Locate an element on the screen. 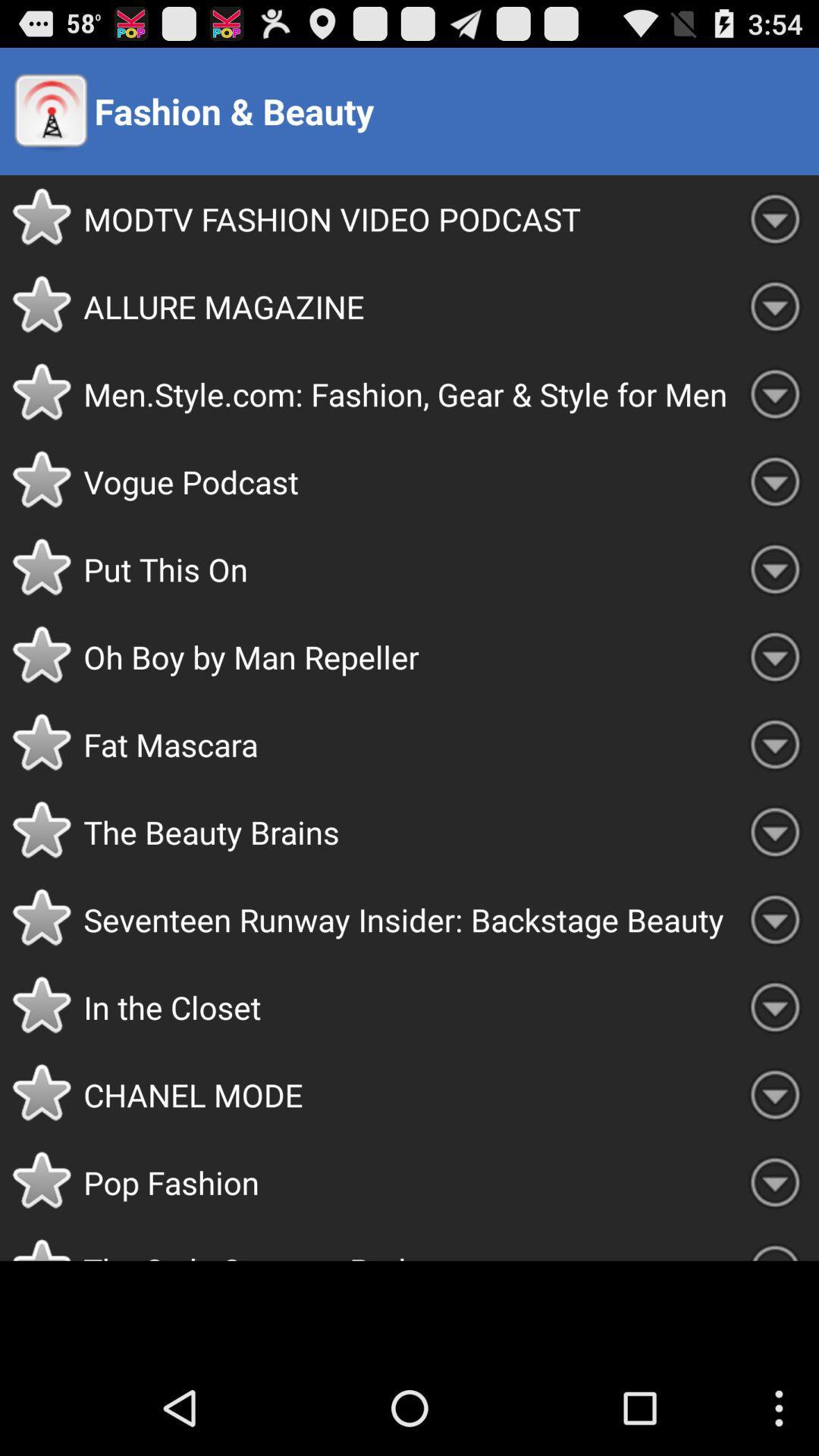 The width and height of the screenshot is (819, 1456). the app below the pop fashion item is located at coordinates (406, 1243).